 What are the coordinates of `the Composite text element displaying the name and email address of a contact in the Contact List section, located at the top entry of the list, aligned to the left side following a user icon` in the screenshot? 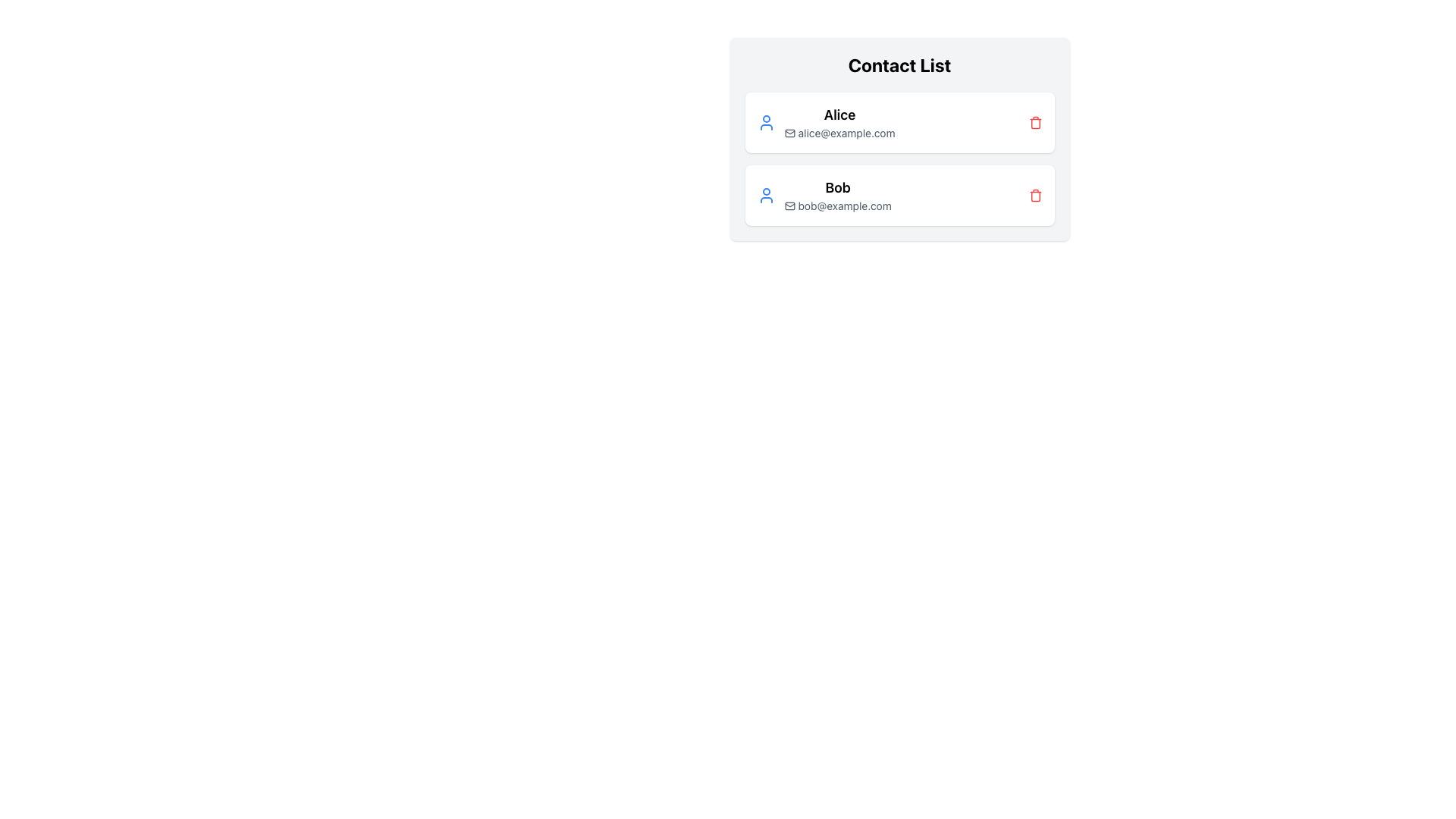 It's located at (839, 122).